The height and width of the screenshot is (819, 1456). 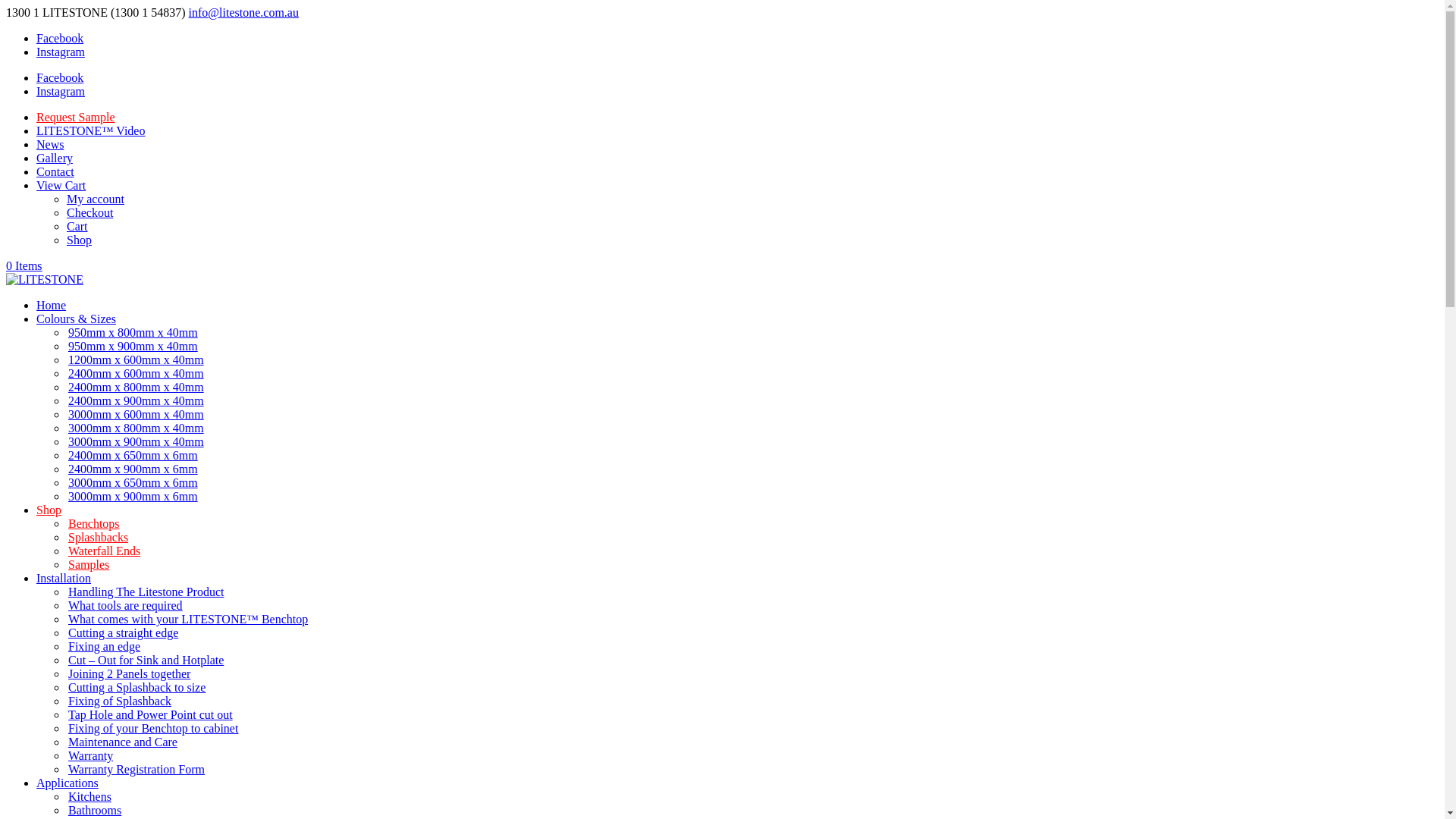 I want to click on 'View Cart', so click(x=61, y=184).